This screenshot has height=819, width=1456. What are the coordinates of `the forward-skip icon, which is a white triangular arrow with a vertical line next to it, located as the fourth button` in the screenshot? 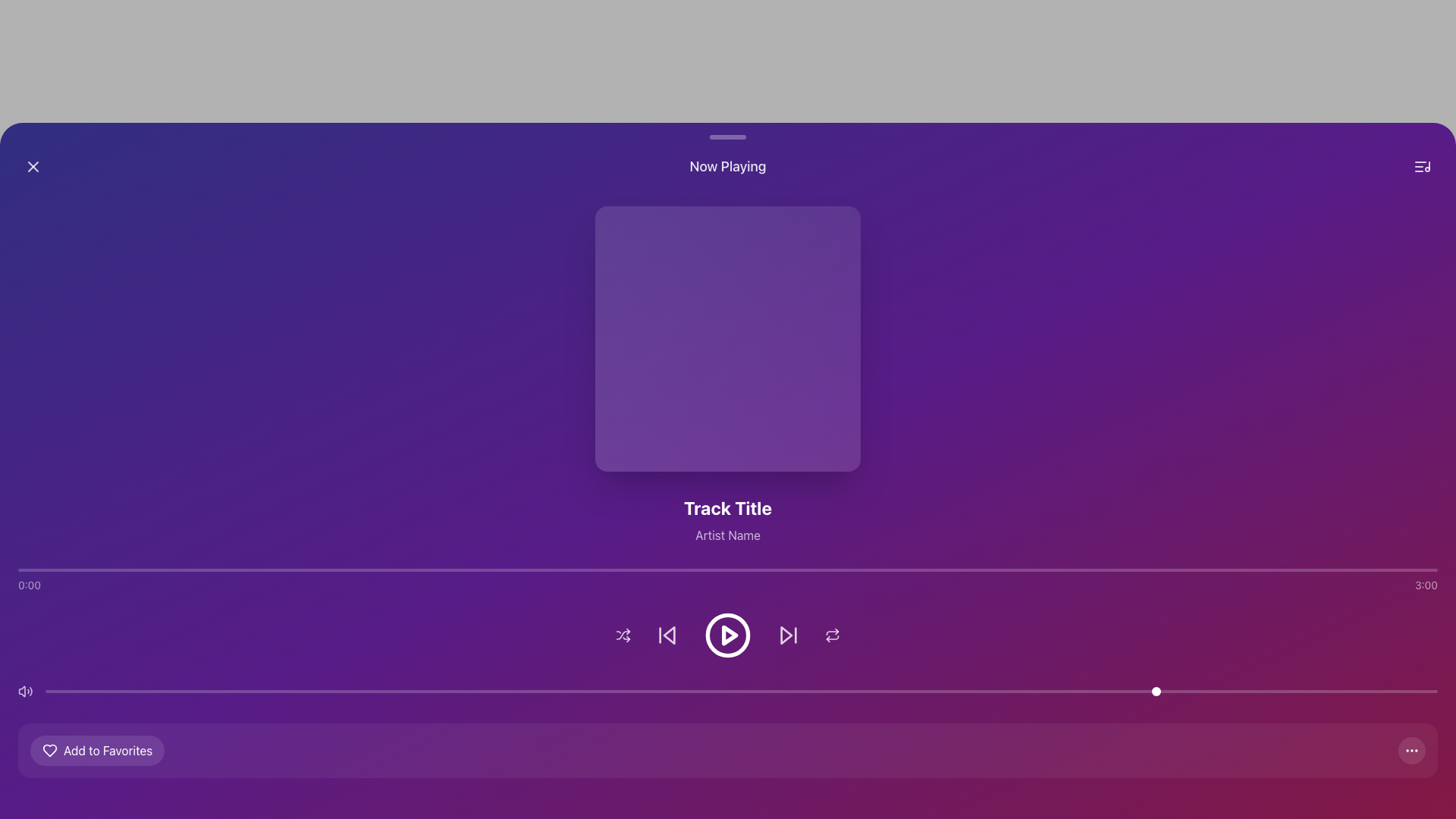 It's located at (789, 635).